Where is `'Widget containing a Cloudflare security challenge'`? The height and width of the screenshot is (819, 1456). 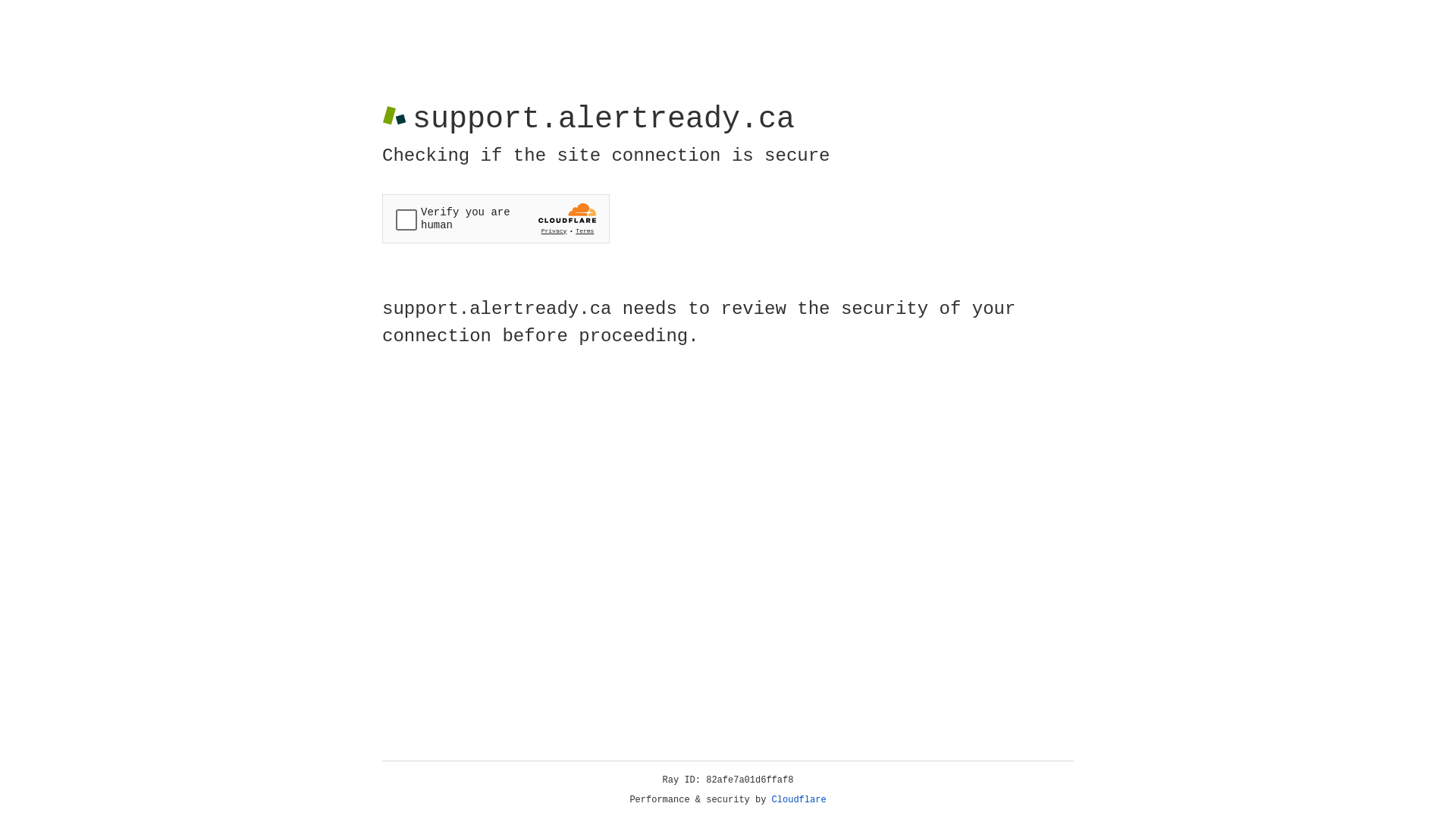
'Widget containing a Cloudflare security challenge' is located at coordinates (495, 218).